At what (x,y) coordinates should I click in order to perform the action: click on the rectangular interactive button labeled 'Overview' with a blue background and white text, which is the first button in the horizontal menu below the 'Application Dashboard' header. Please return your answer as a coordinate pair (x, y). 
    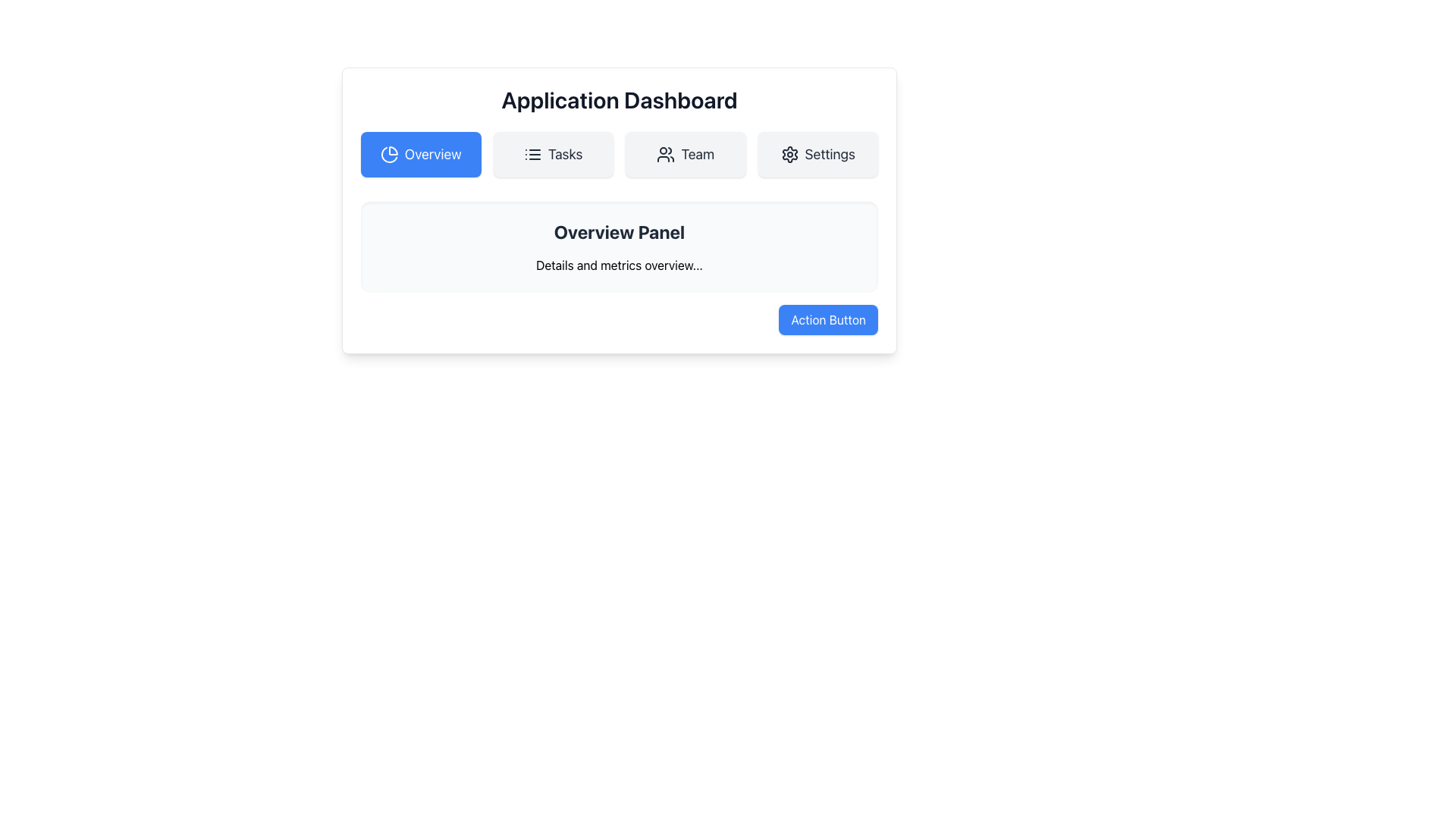
    Looking at the image, I should click on (421, 155).